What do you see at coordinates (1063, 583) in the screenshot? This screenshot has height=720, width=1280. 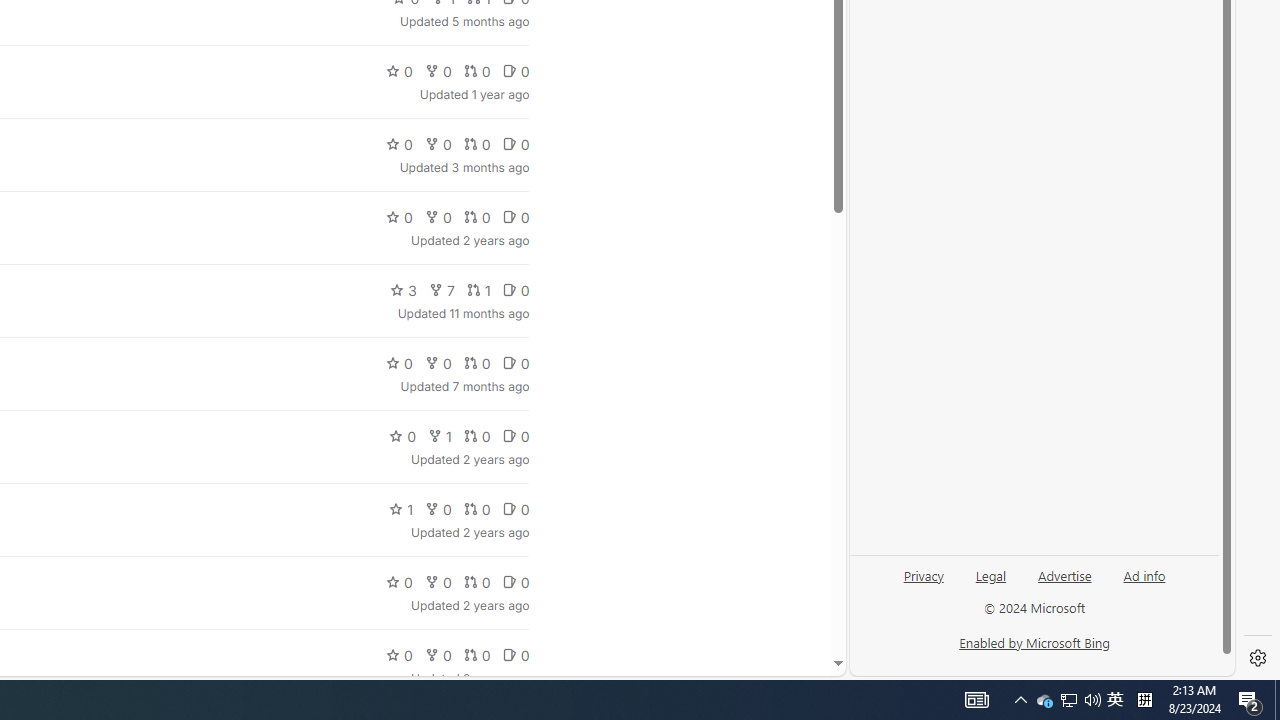 I see `'Advertise'` at bounding box center [1063, 583].